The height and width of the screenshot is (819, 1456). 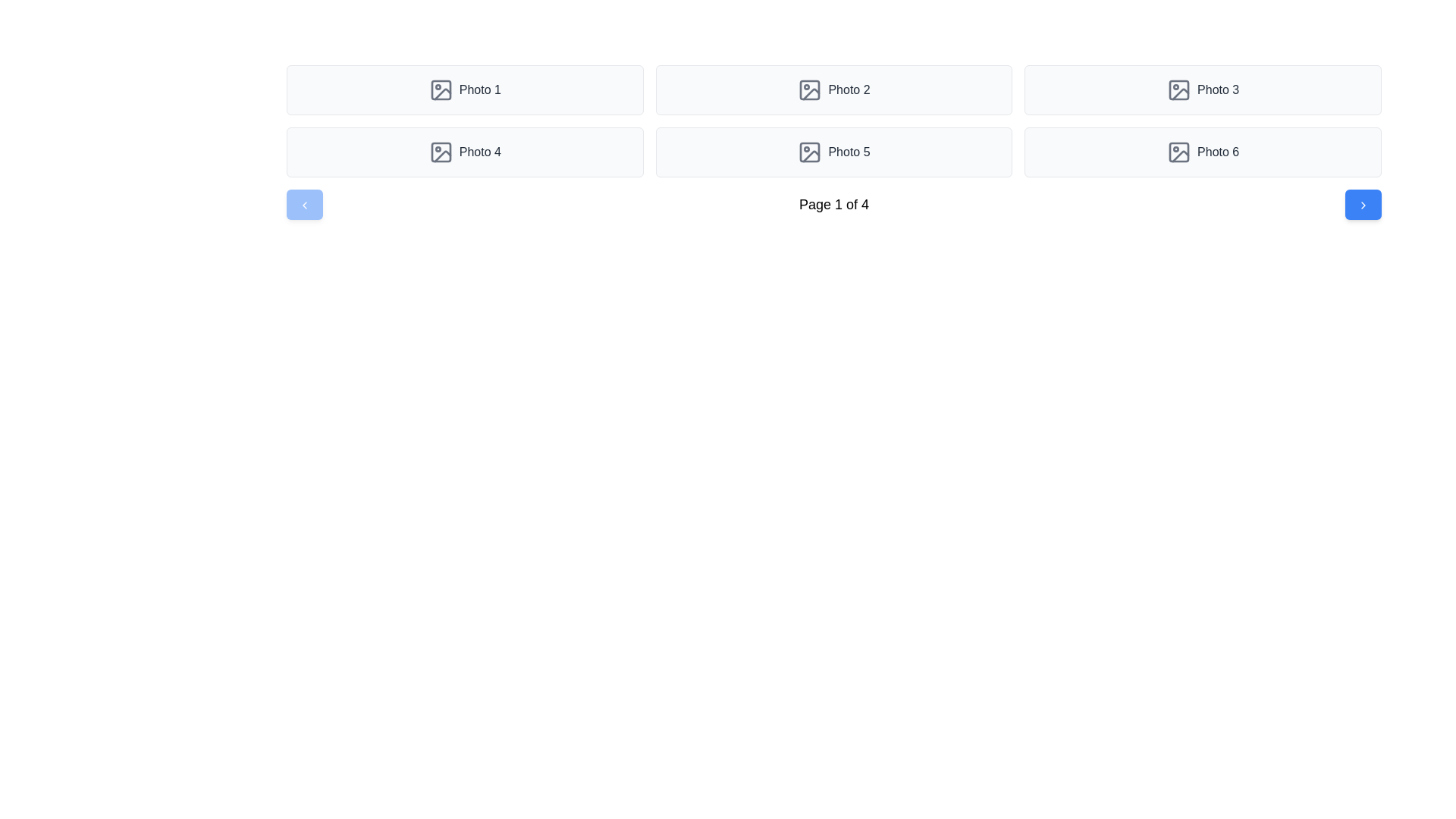 What do you see at coordinates (440, 90) in the screenshot?
I see `the graphical component within the photo placeholder icon located in the first cell of the grid representing 'Photo 1'` at bounding box center [440, 90].